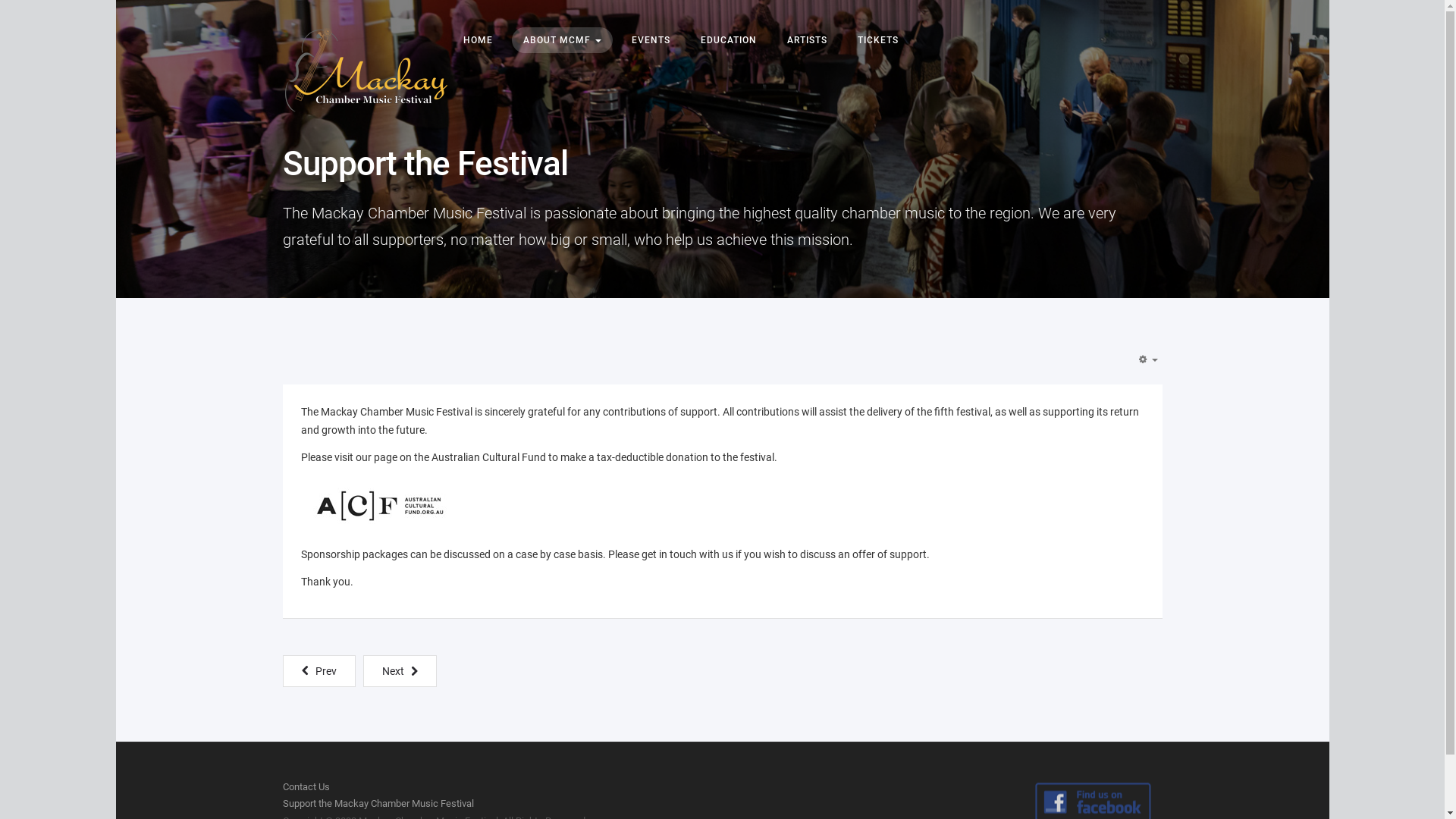  I want to click on 'Prev', so click(318, 670).